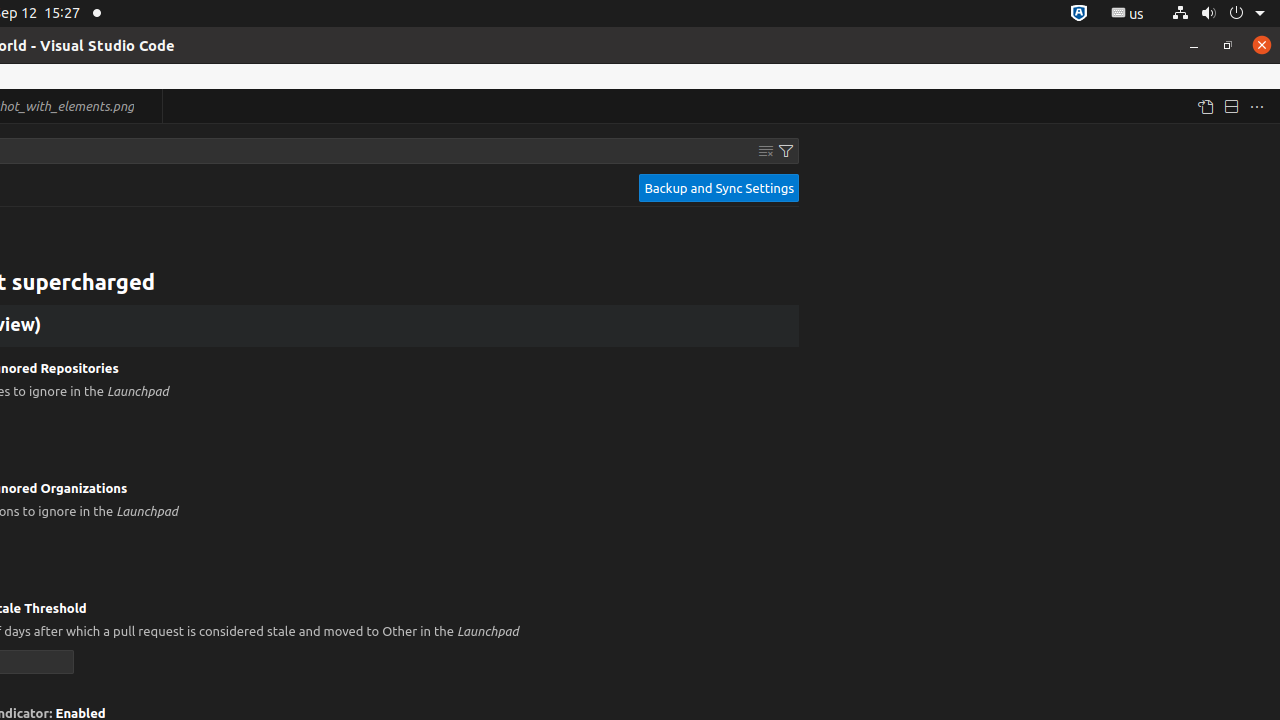 This screenshot has width=1280, height=720. Describe the element at coordinates (764, 149) in the screenshot. I see `'Clear Settings Search Input'` at that location.